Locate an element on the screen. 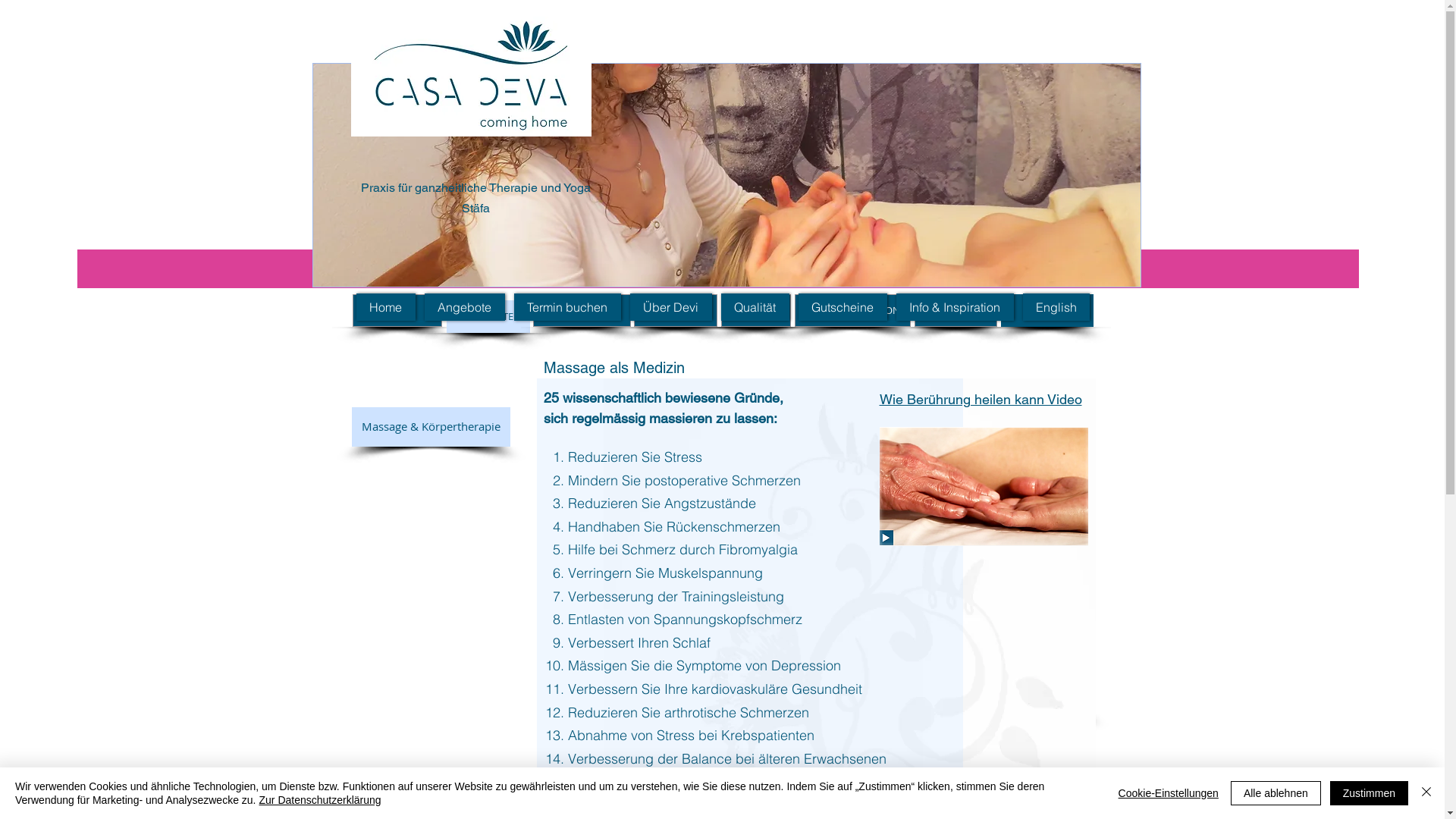  'KONTAKT' is located at coordinates (580, 309).